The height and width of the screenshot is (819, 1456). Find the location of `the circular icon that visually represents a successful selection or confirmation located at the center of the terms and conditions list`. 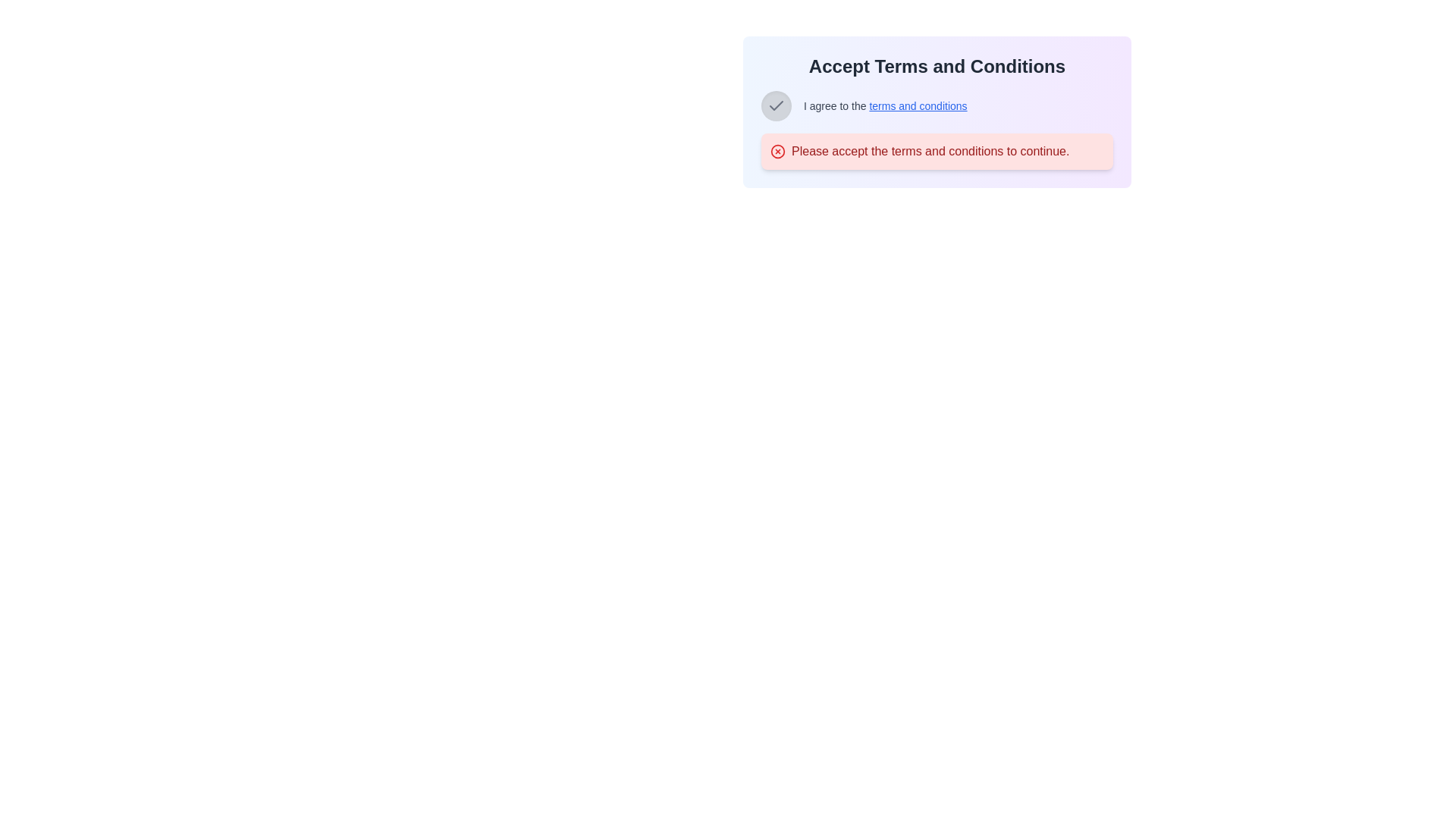

the circular icon that visually represents a successful selection or confirmation located at the center of the terms and conditions list is located at coordinates (776, 105).